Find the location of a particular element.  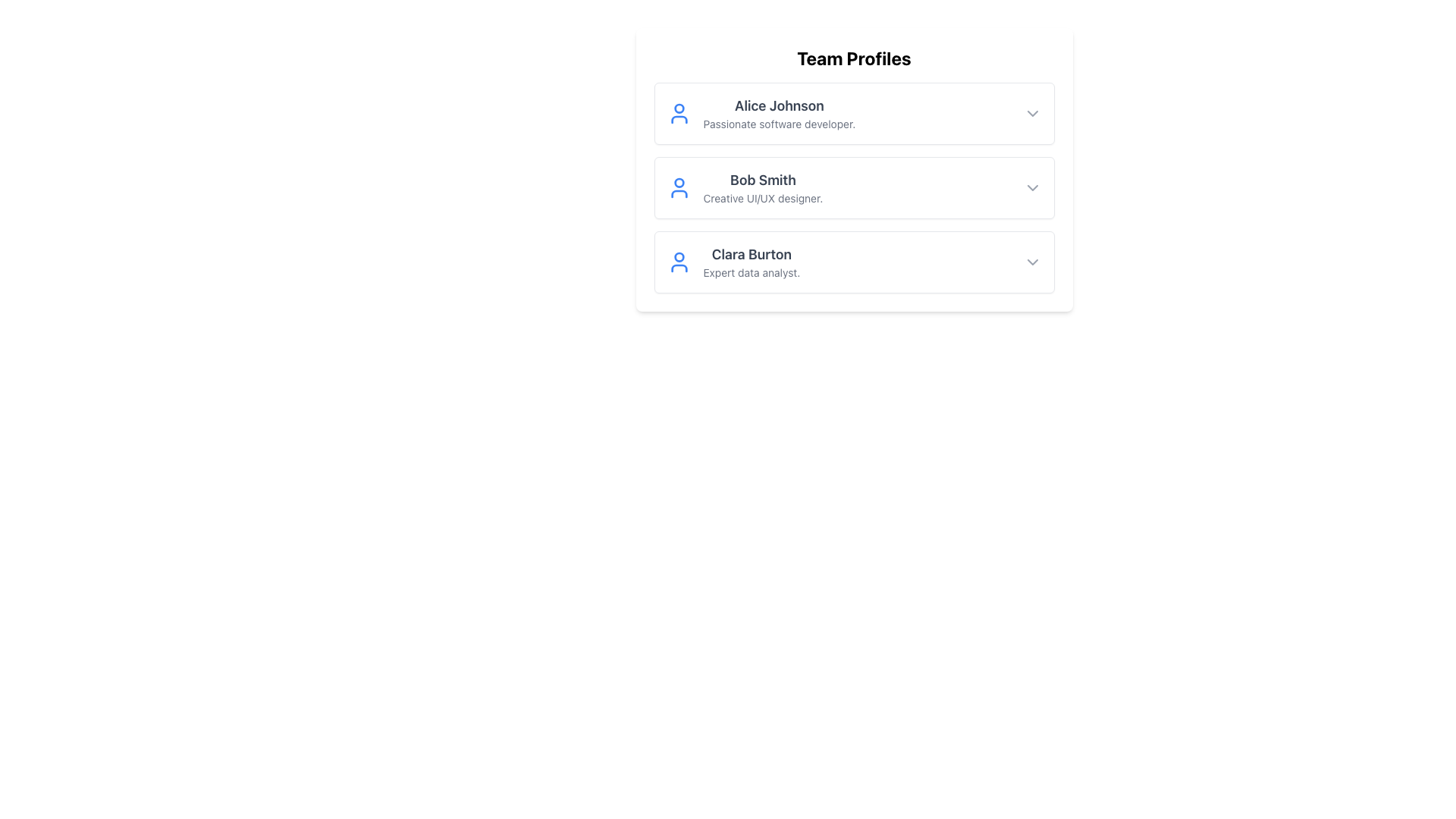

the text label providing a brief description or job title for the individual in the first entry of the 'Team Profiles' list, positioned below 'Alice Johnson' is located at coordinates (779, 124).